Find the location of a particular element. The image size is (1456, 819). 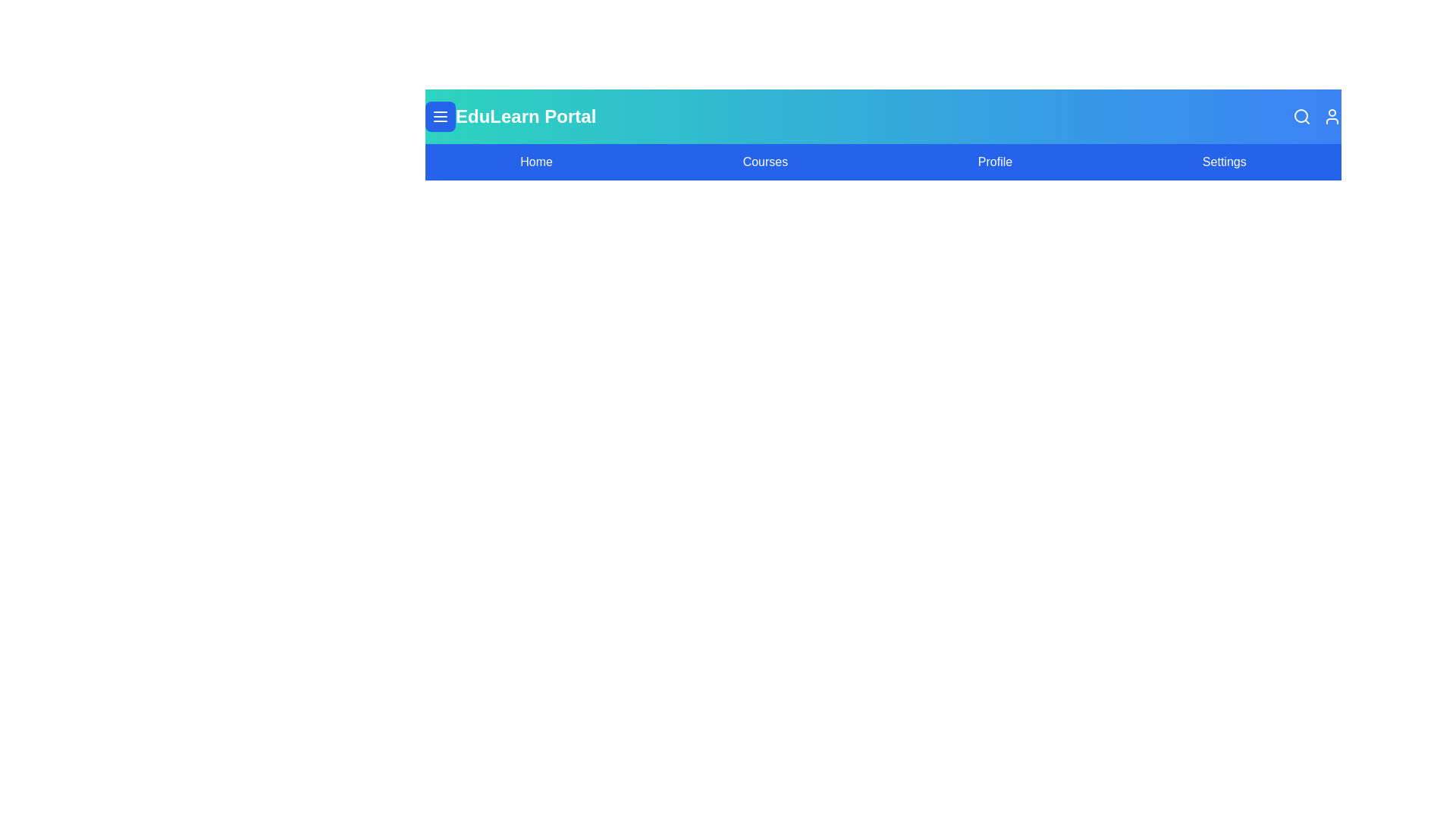

the header text 'EduLearn Portal' is located at coordinates (525, 116).